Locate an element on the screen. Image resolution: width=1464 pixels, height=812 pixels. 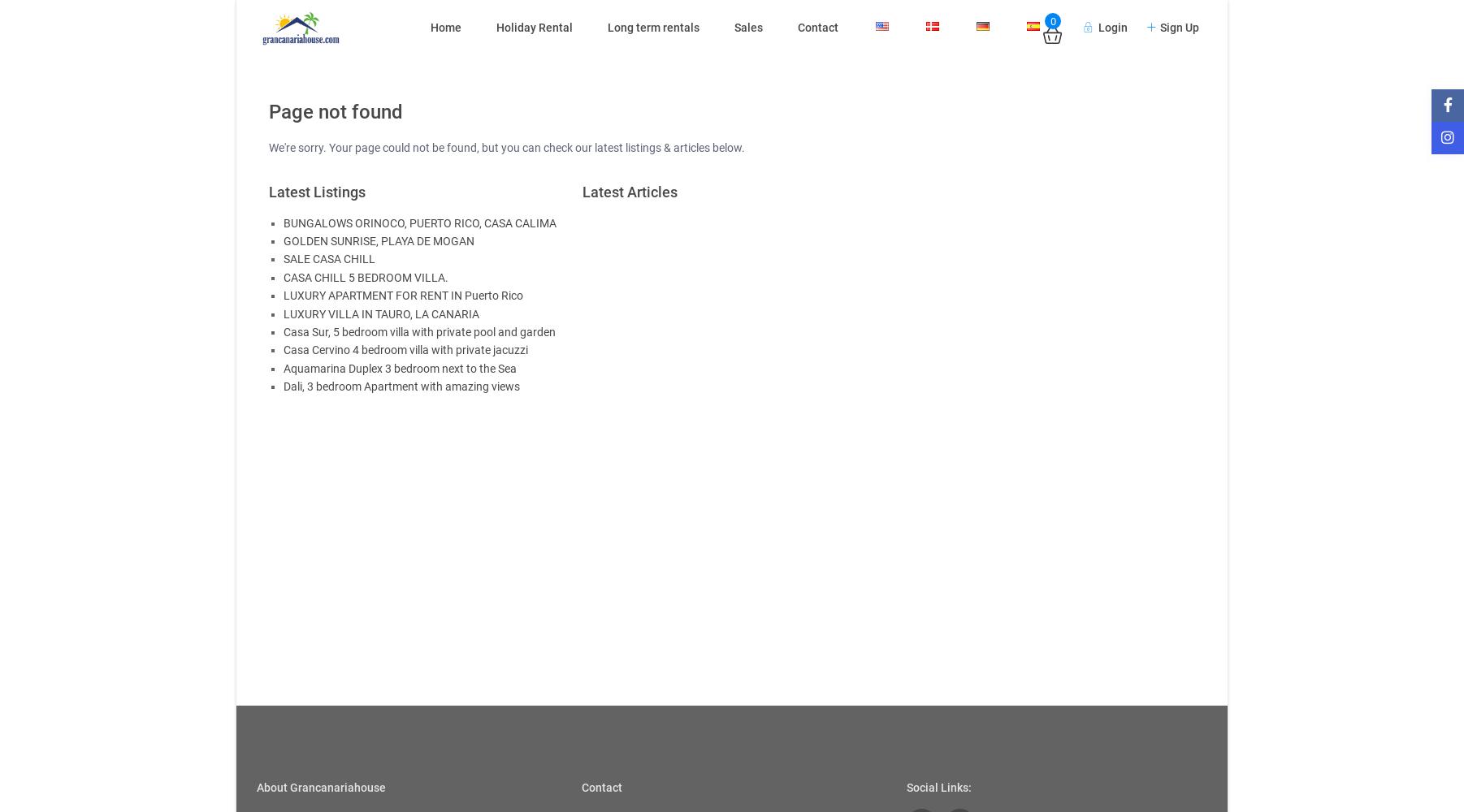
'Login' is located at coordinates (1113, 27).